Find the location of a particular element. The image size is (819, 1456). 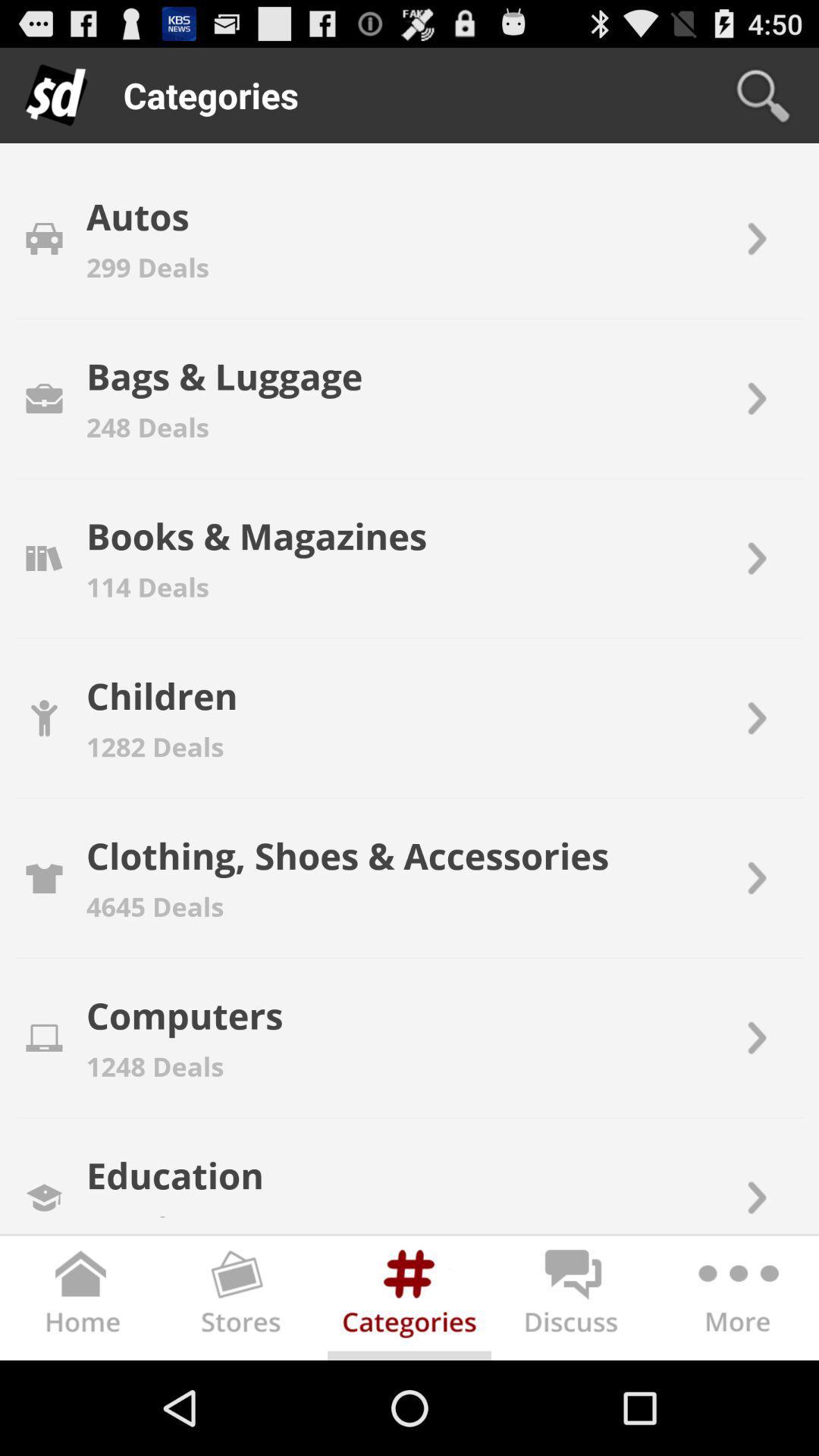

3 deals is located at coordinates (132, 1210).